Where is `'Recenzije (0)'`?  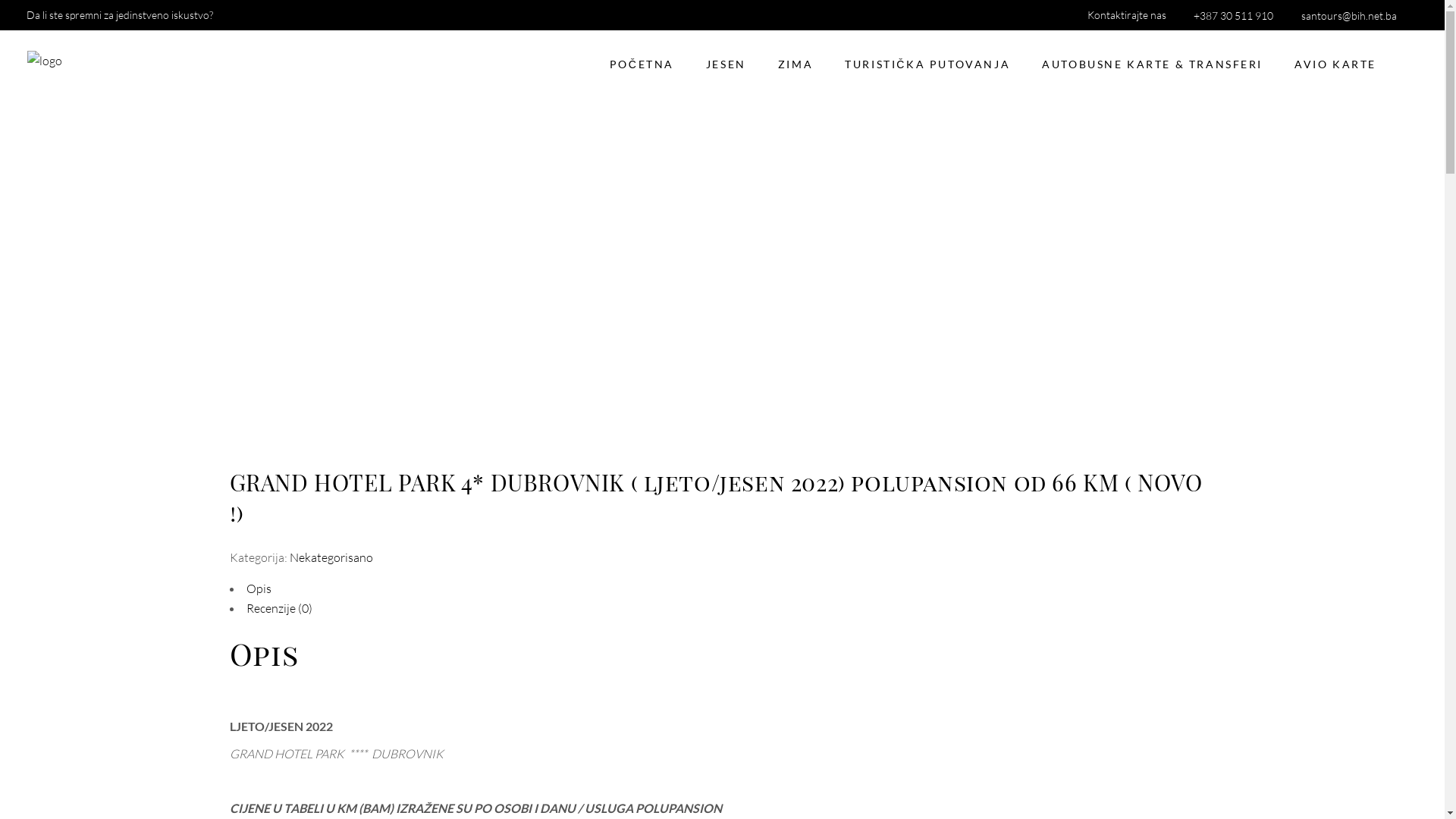 'Recenzije (0)' is located at coordinates (278, 607).